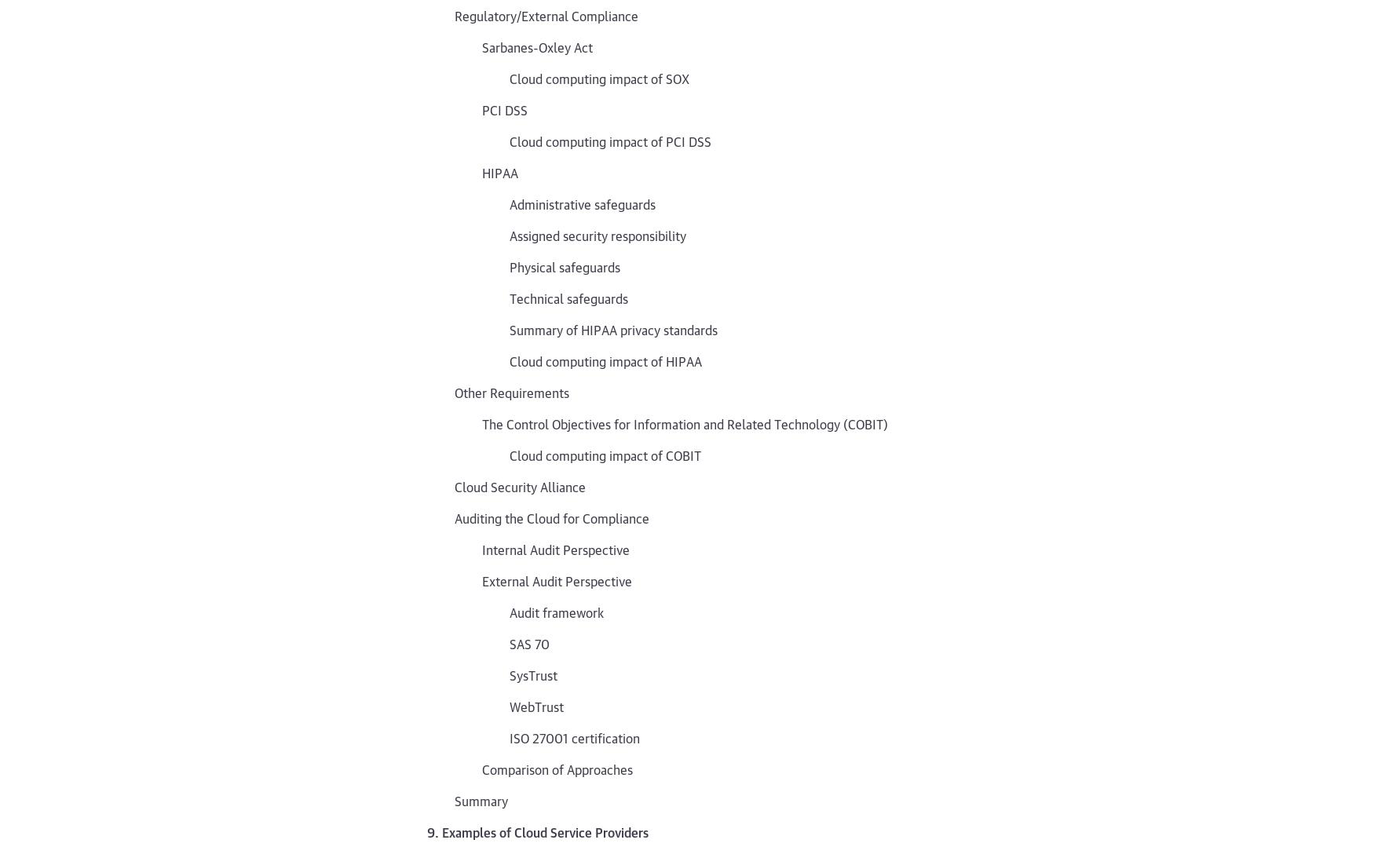 The width and height of the screenshot is (1400, 847). Describe the element at coordinates (482, 548) in the screenshot. I see `'Internal Audit Perspective'` at that location.